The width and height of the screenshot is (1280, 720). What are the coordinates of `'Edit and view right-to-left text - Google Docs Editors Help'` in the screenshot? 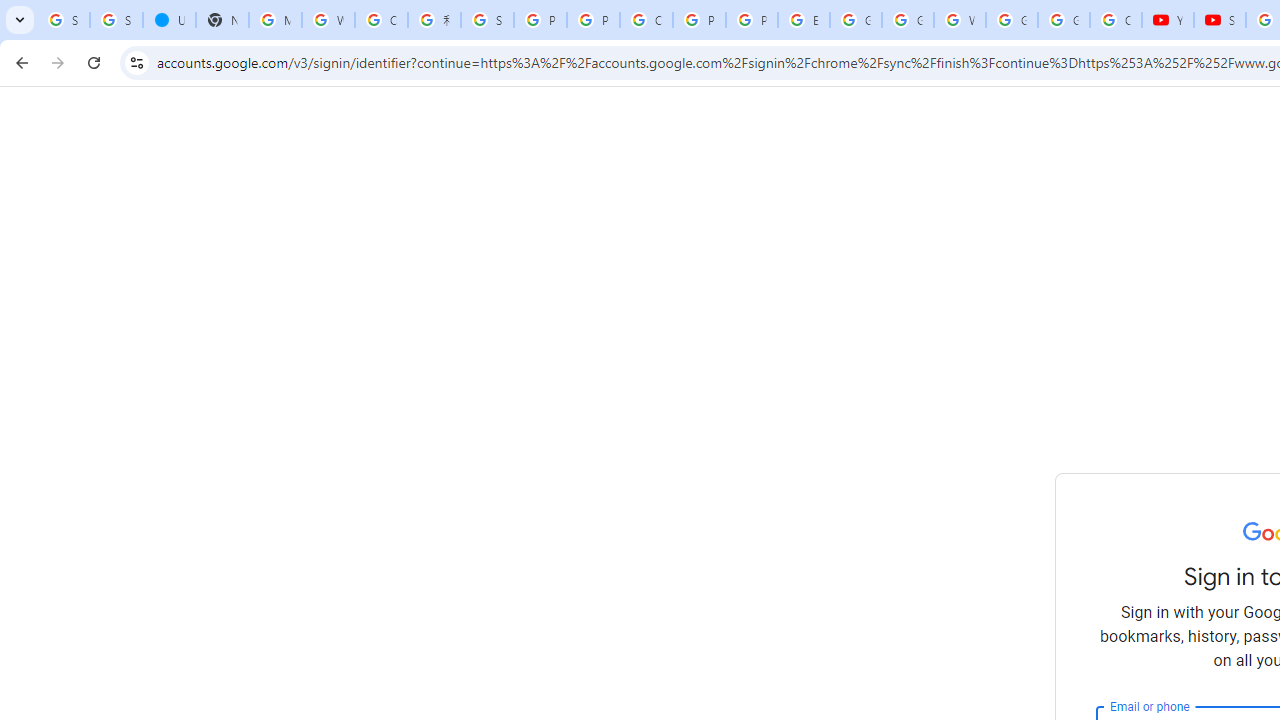 It's located at (803, 20).